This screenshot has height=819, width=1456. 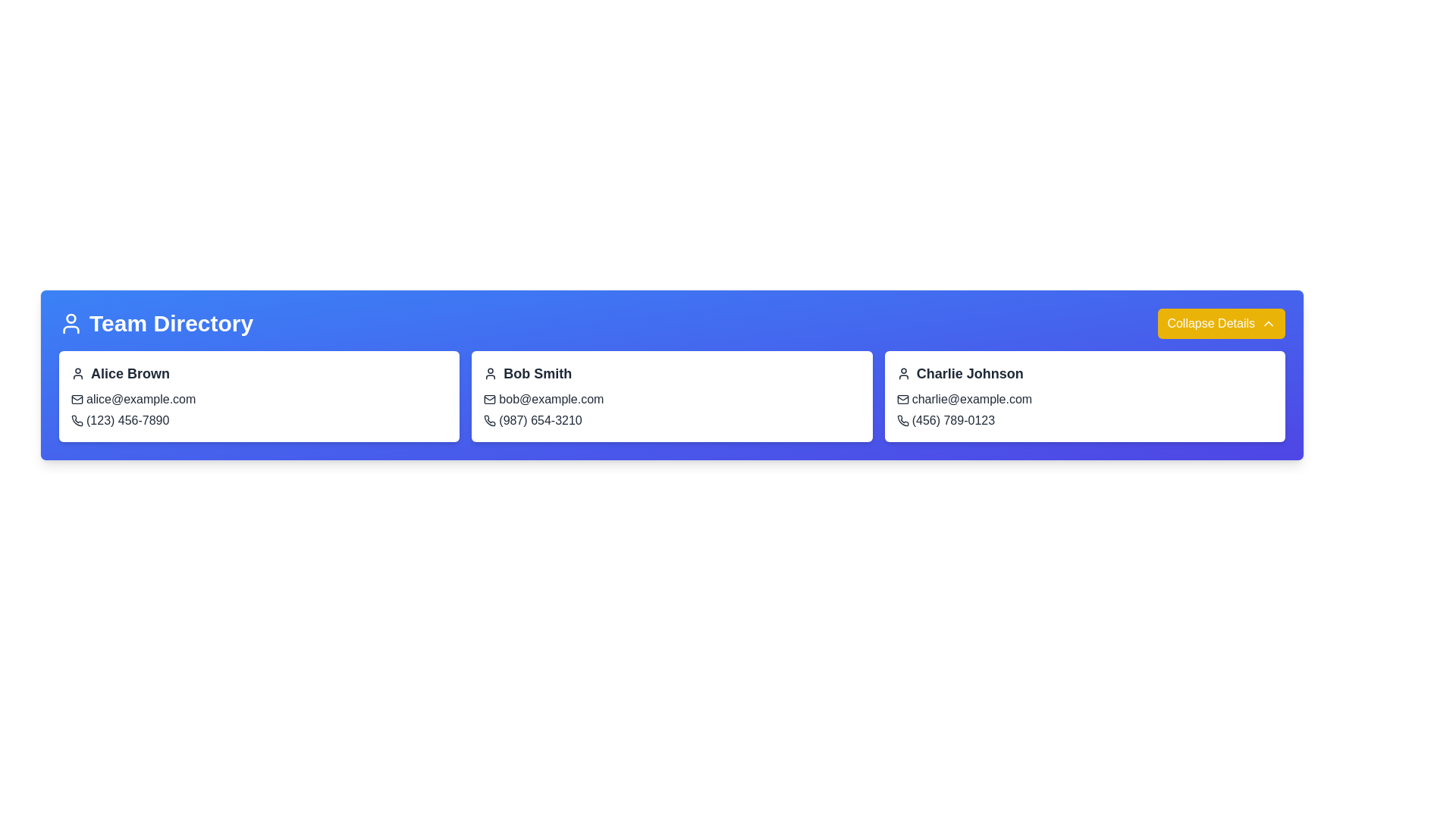 What do you see at coordinates (119, 421) in the screenshot?
I see `the phone number '(123) 456-7890'` at bounding box center [119, 421].